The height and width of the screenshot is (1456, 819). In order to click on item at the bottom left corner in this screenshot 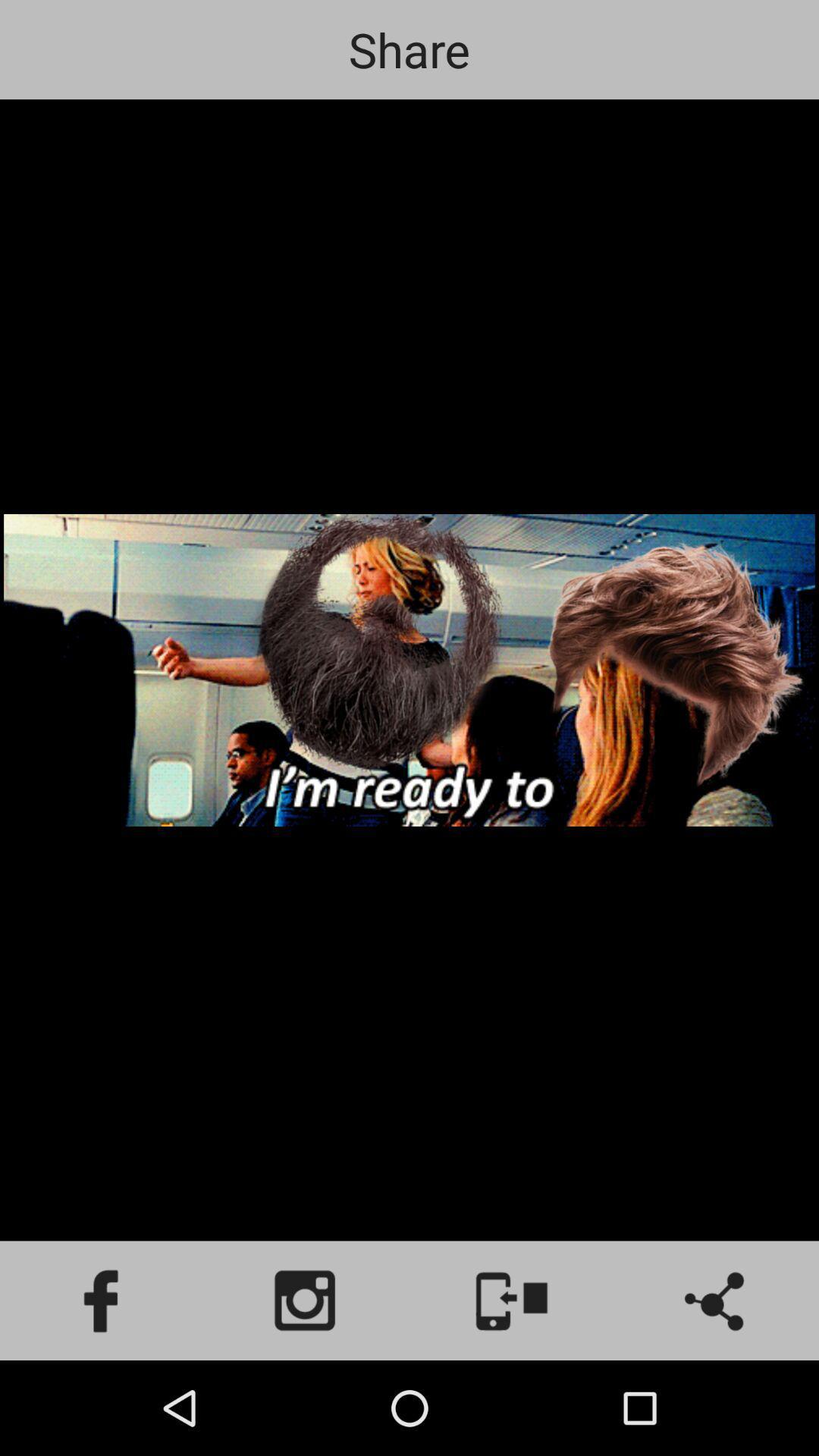, I will do `click(102, 1300)`.